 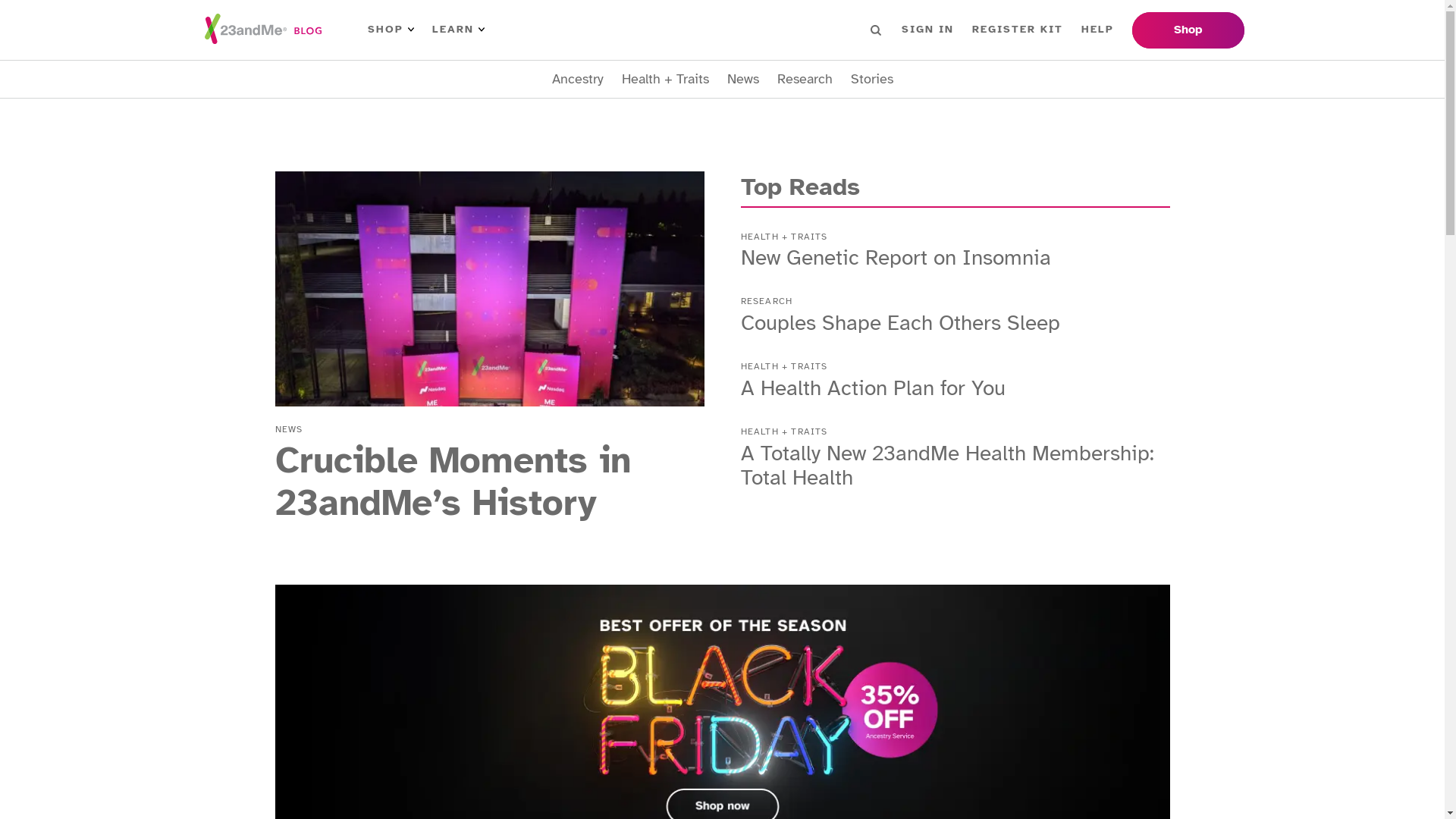 What do you see at coordinates (872, 387) in the screenshot?
I see `'A Health Action Plan for You'` at bounding box center [872, 387].